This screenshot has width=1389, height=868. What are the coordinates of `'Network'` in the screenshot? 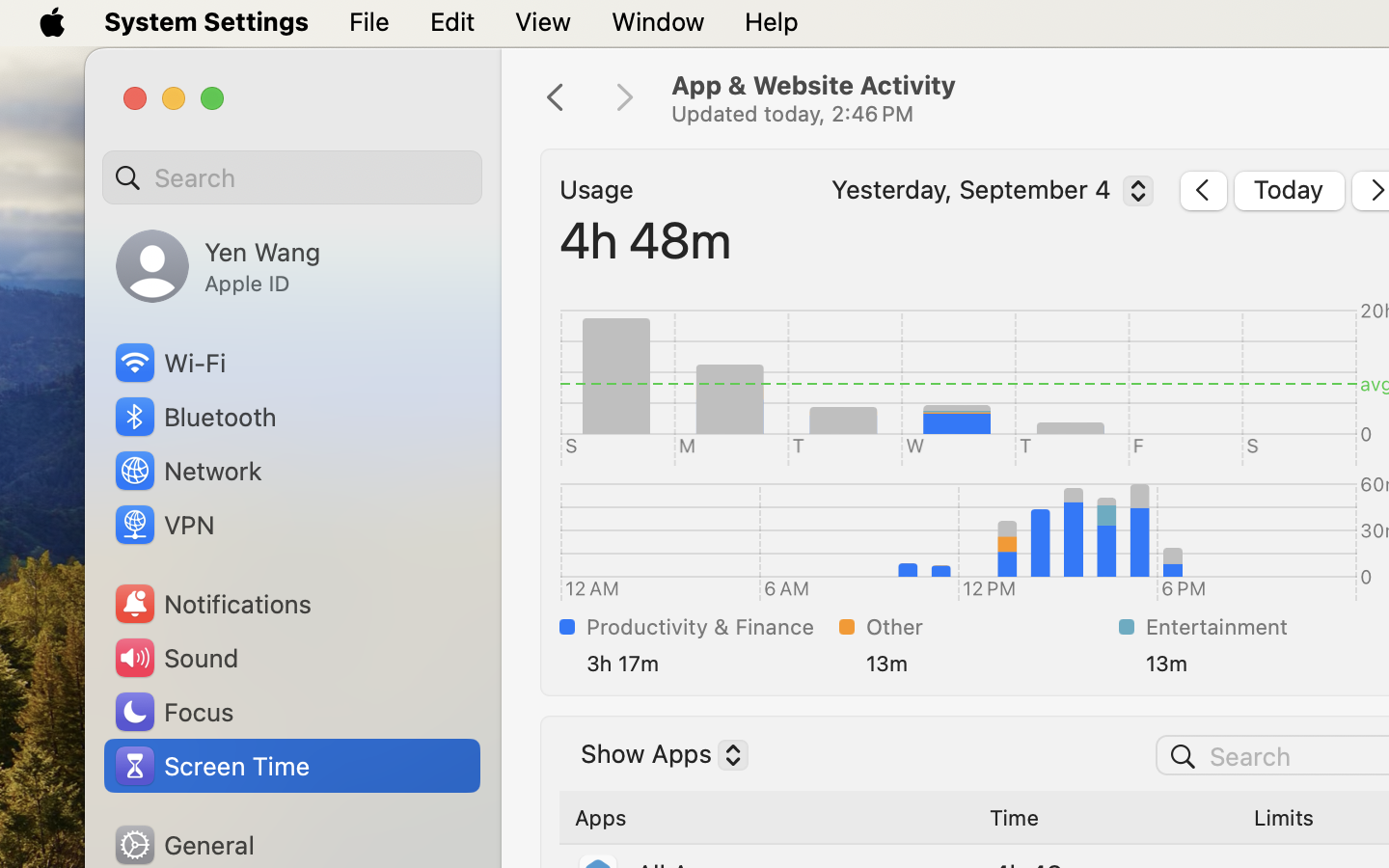 It's located at (186, 469).